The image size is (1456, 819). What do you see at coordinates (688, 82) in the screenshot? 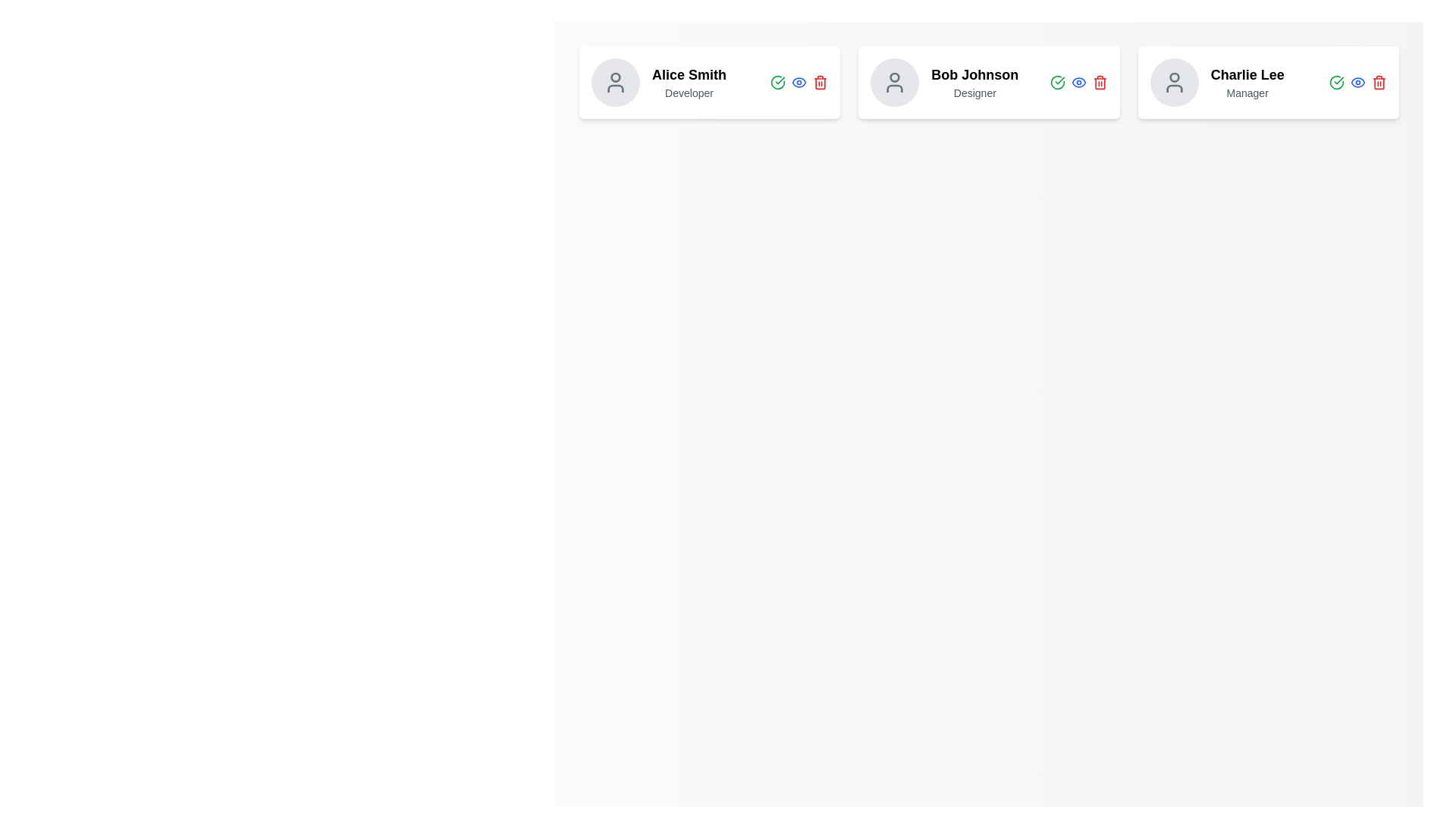
I see `displayed text from the Text display element that shows an individual's name and title, positioned at the top-left of the interface` at bounding box center [688, 82].